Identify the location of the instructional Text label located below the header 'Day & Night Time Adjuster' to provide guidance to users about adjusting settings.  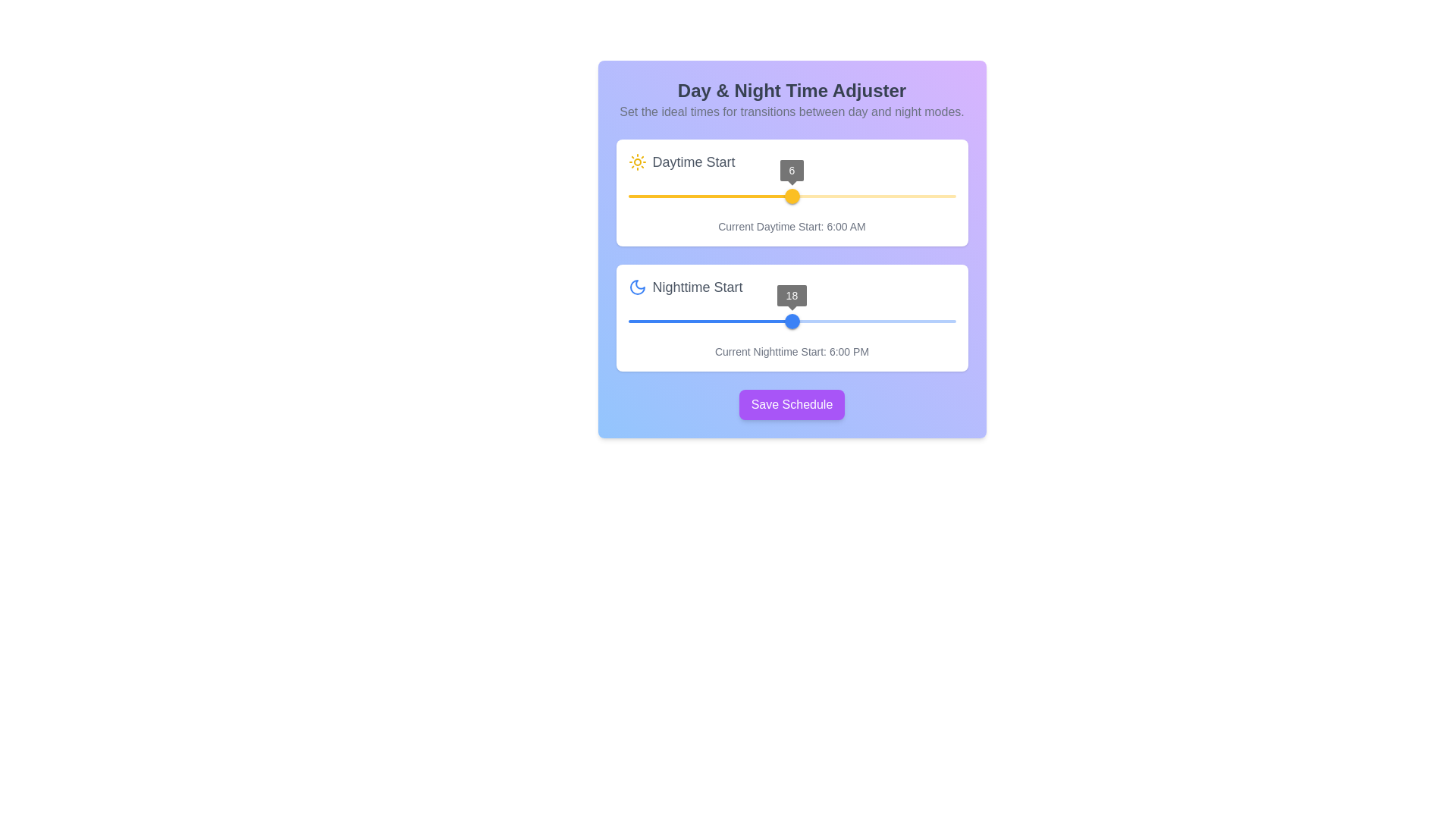
(791, 111).